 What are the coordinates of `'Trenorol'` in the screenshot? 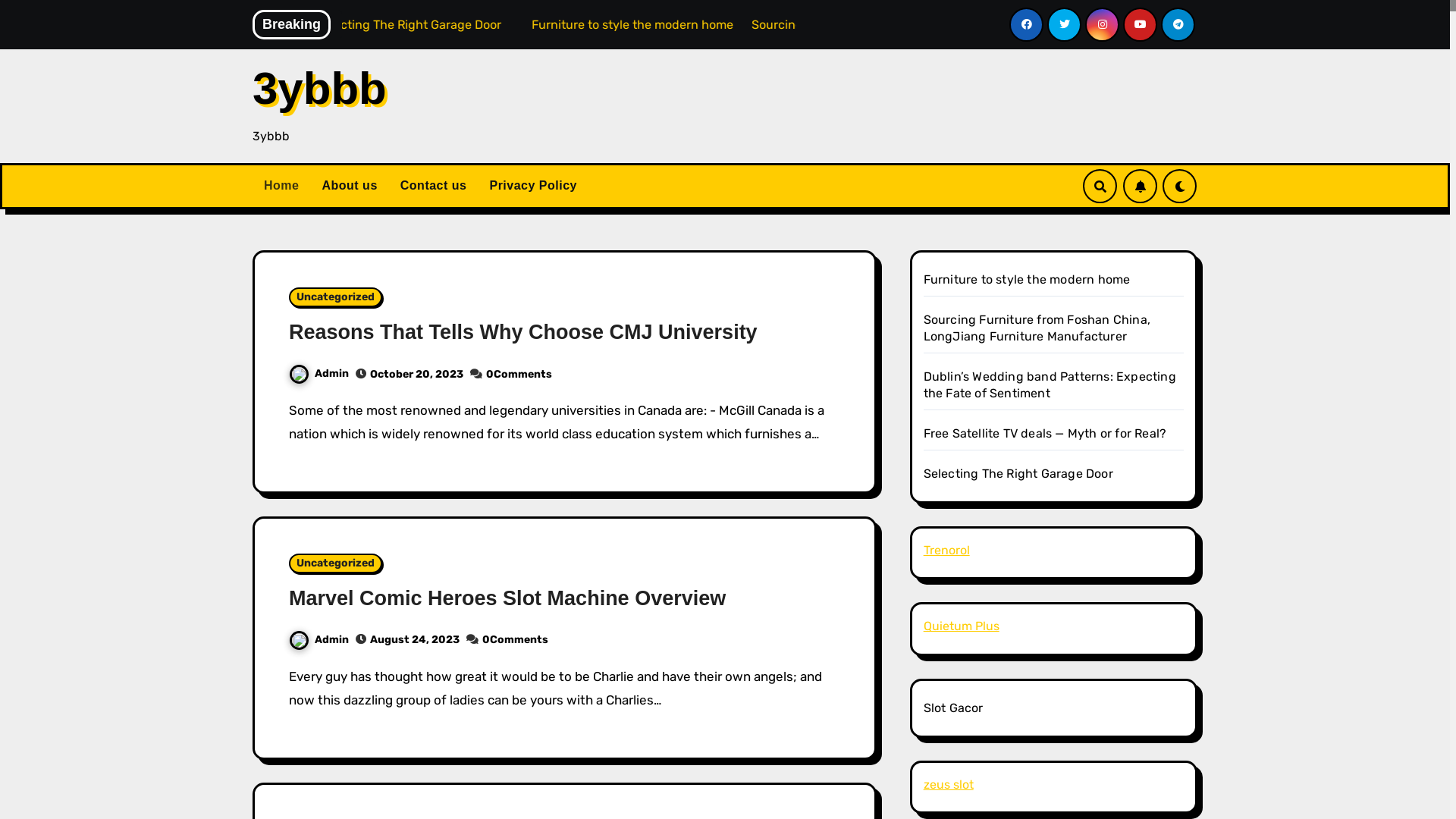 It's located at (946, 550).